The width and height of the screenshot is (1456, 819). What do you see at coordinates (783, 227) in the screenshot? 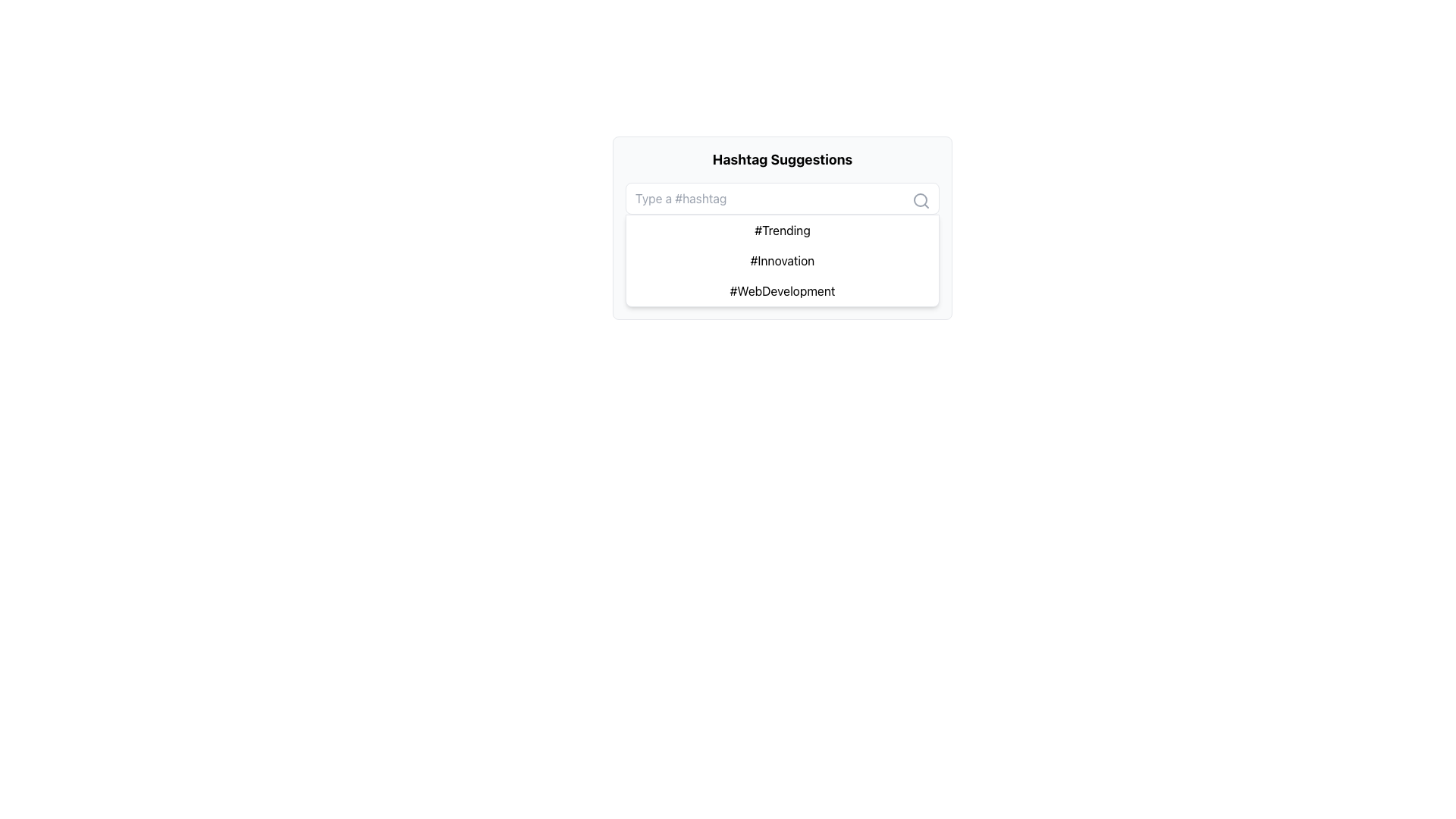
I see `the hashtag suggestion entry labeled '#Trending'` at bounding box center [783, 227].